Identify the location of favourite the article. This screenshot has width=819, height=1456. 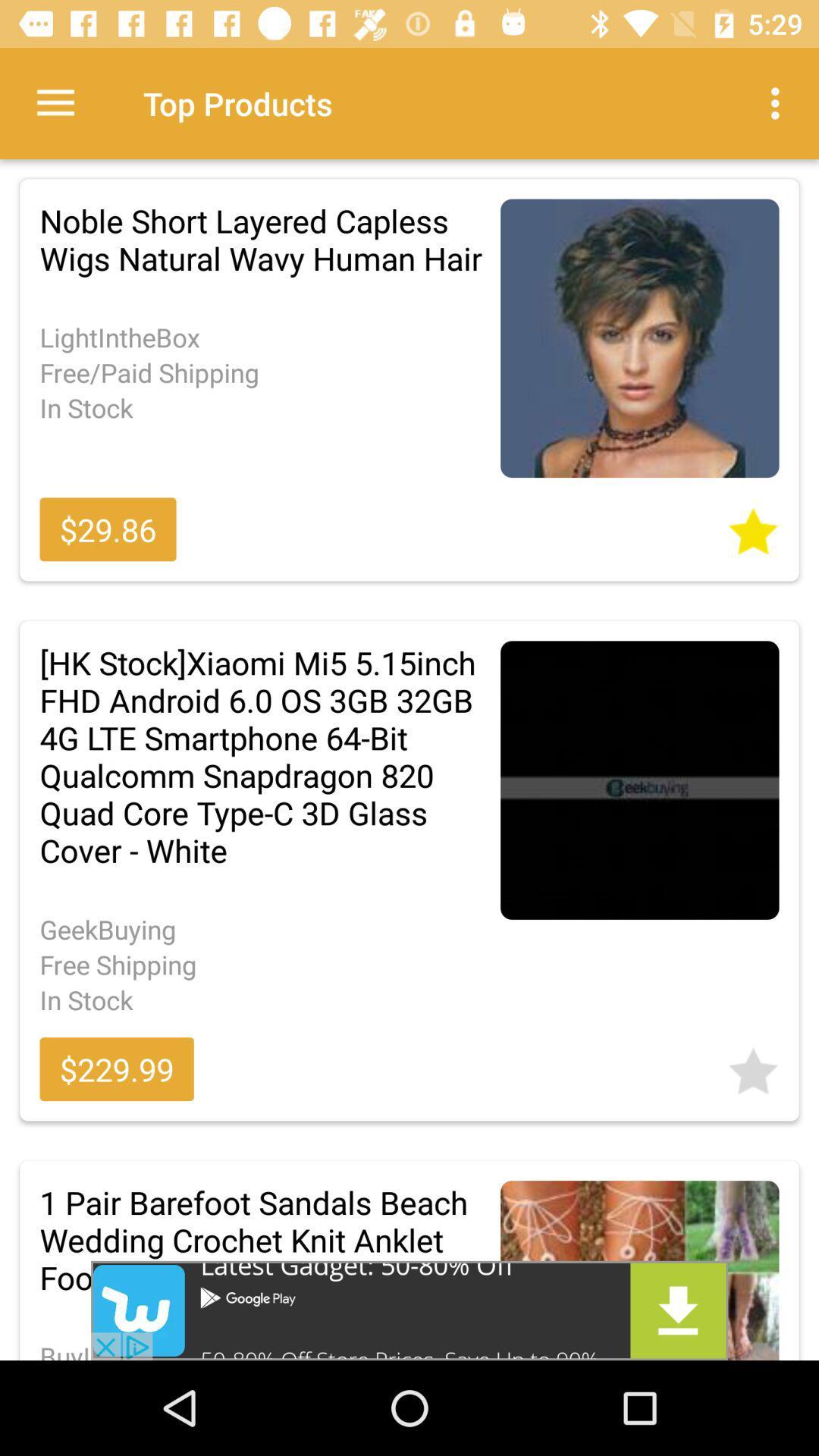
(753, 526).